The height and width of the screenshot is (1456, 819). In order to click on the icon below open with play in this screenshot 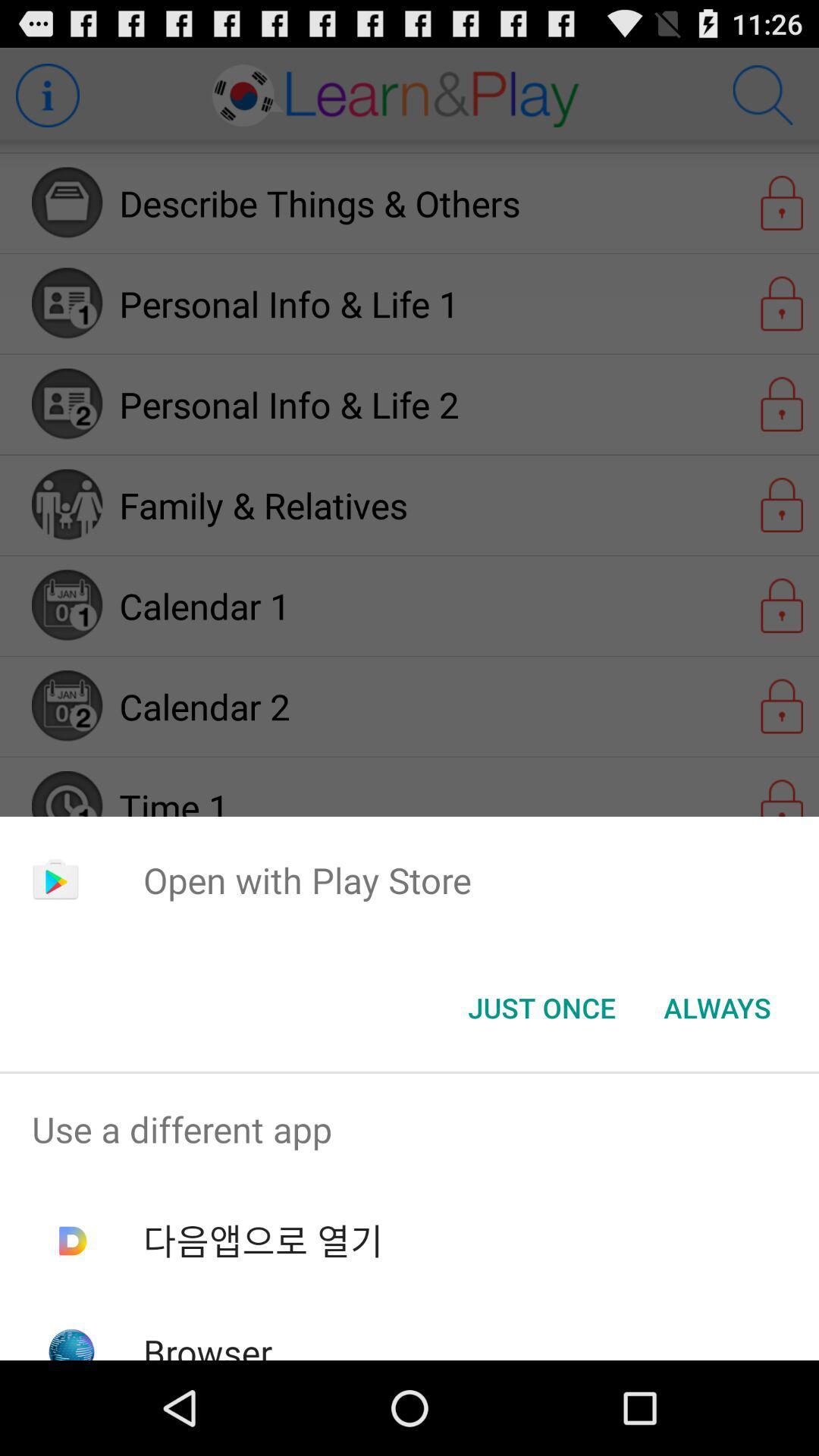, I will do `click(717, 1008)`.